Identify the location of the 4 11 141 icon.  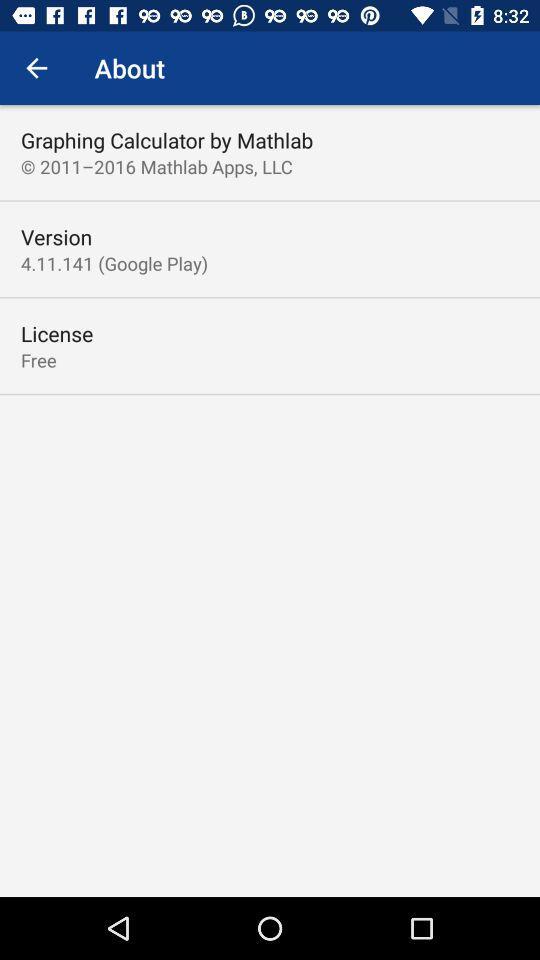
(114, 262).